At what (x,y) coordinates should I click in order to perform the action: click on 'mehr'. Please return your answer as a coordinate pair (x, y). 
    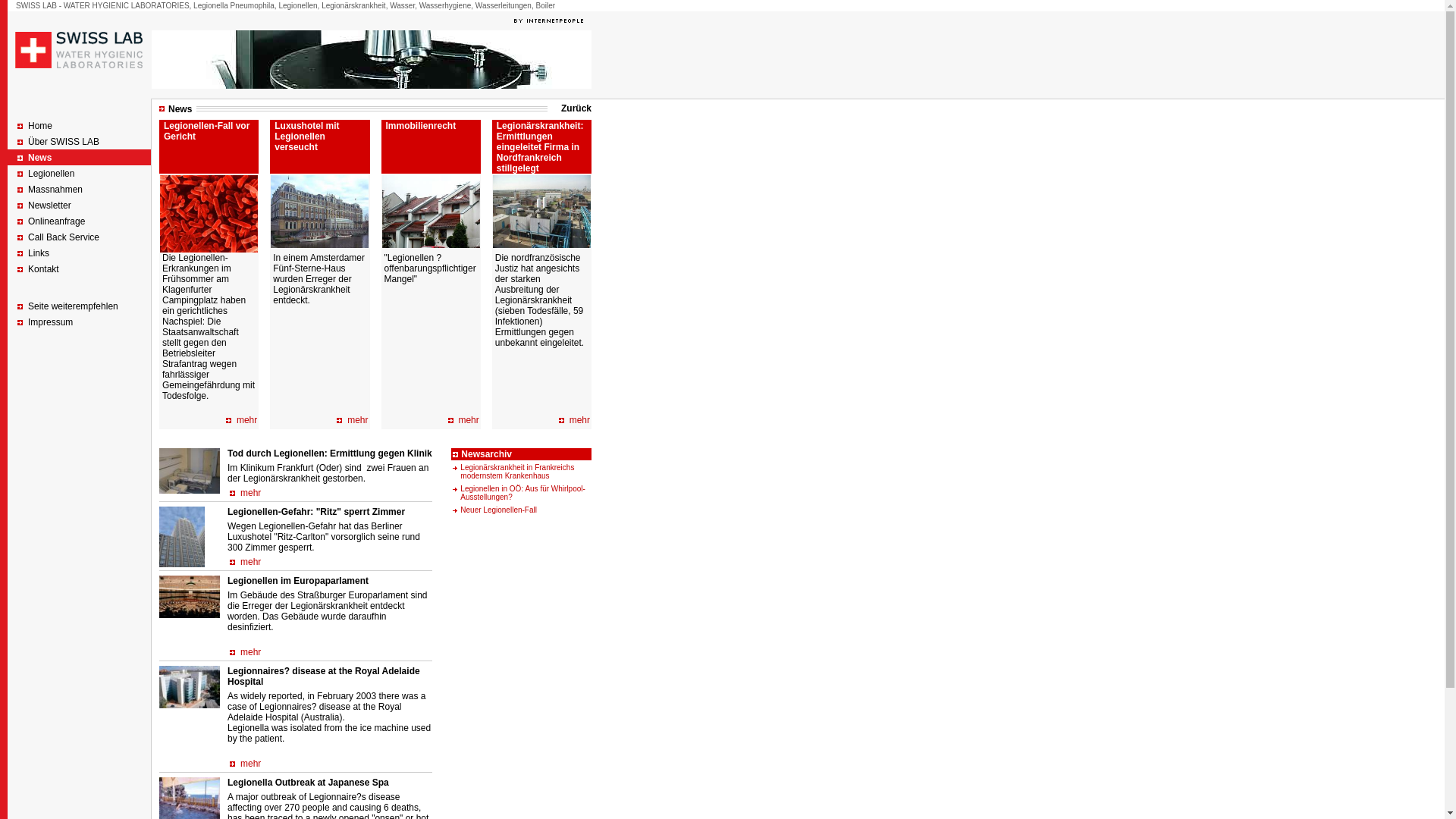
    Looking at the image, I should click on (579, 420).